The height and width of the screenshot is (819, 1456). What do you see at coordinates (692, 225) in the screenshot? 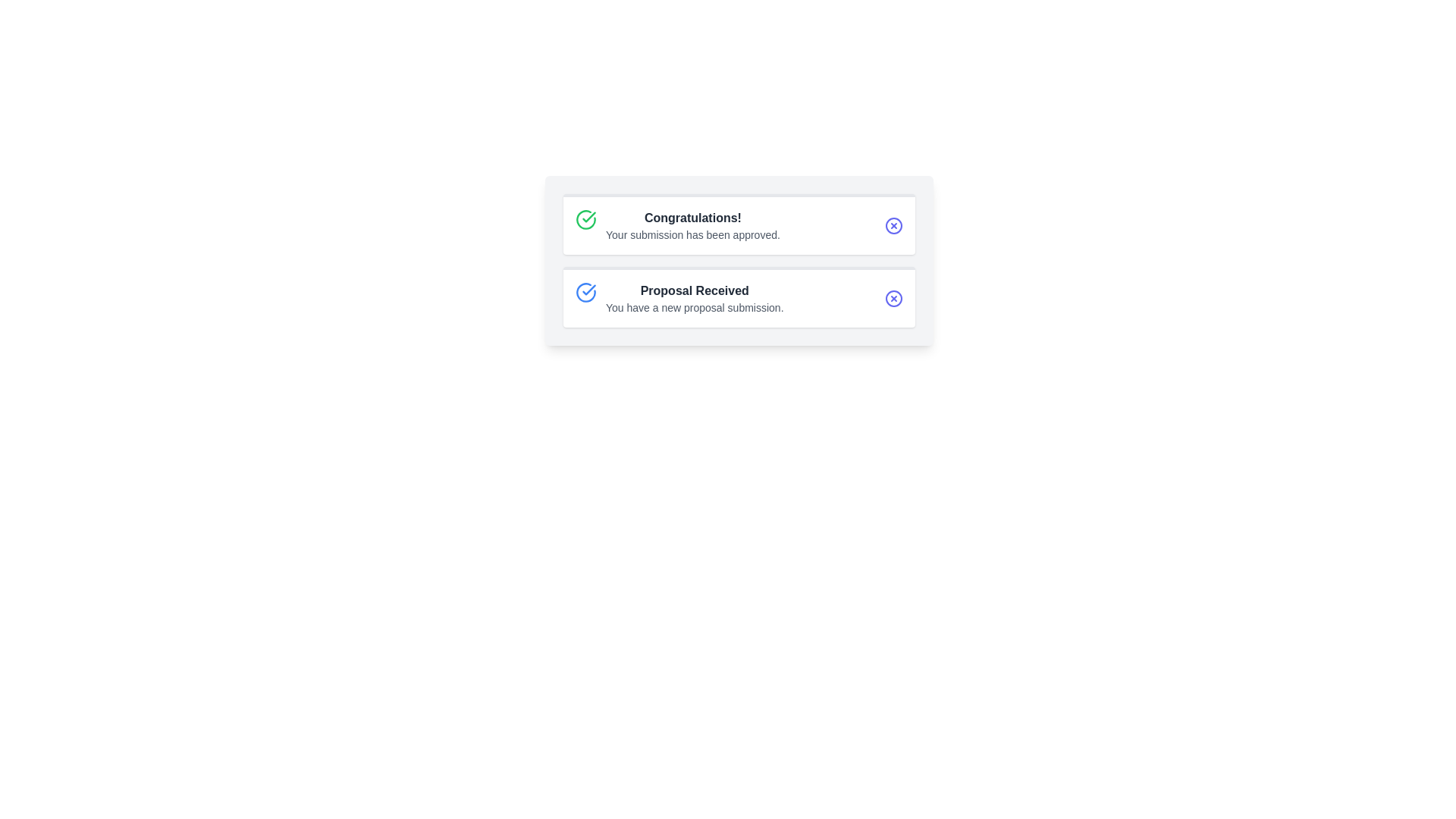
I see `congratulatory message displayed in the text block located at the center-right of the upper notification card, next to the approval icon and before the interactive close button` at bounding box center [692, 225].